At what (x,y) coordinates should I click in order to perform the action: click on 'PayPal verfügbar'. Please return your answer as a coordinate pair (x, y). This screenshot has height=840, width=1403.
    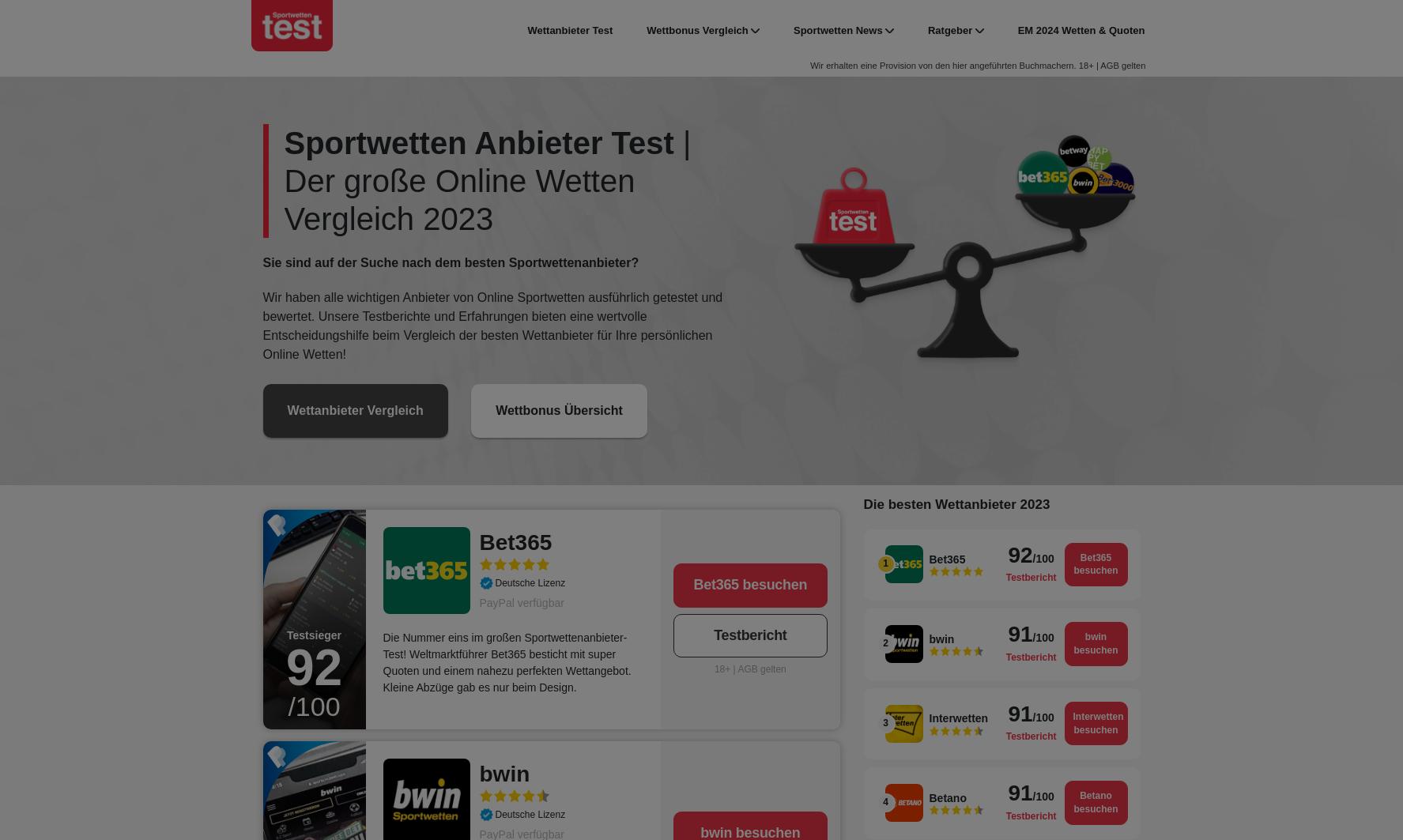
    Looking at the image, I should click on (478, 602).